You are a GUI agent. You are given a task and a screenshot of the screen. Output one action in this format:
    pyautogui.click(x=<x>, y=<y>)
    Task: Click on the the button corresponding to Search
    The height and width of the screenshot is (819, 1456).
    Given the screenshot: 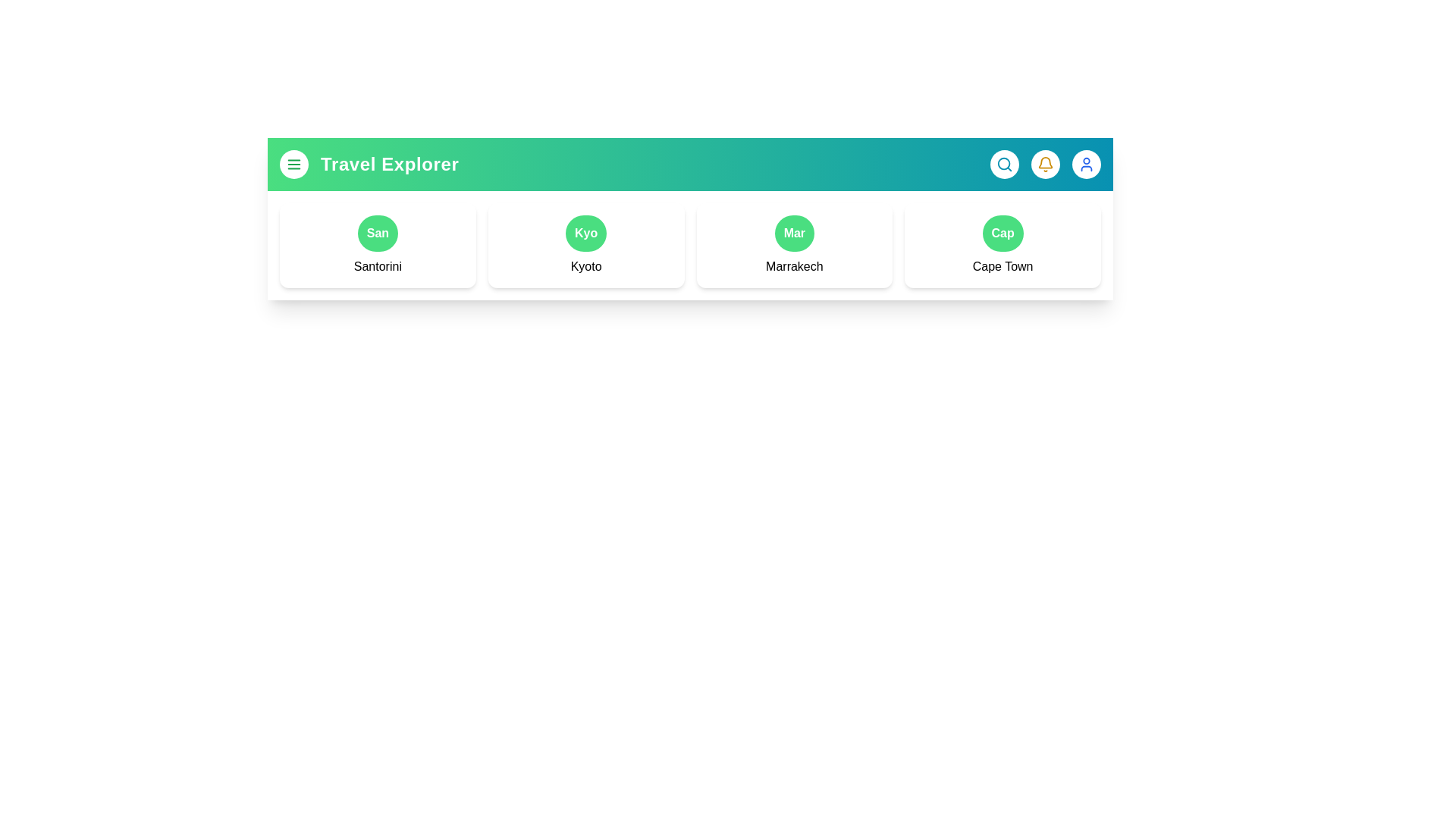 What is the action you would take?
    pyautogui.click(x=1004, y=164)
    